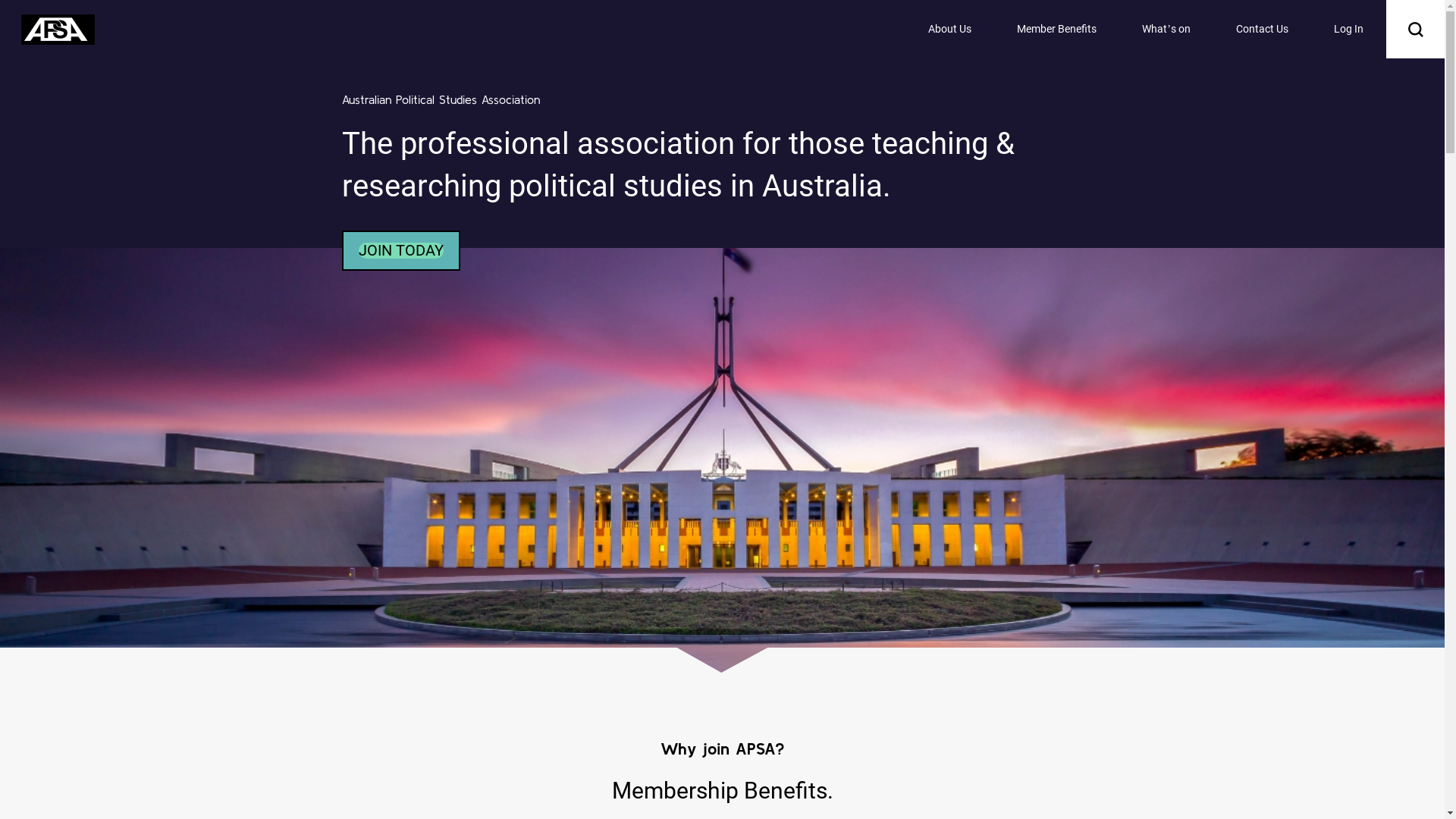 This screenshot has width=1456, height=819. Describe the element at coordinates (356, 249) in the screenshot. I see `'JOIN TODAY'` at that location.